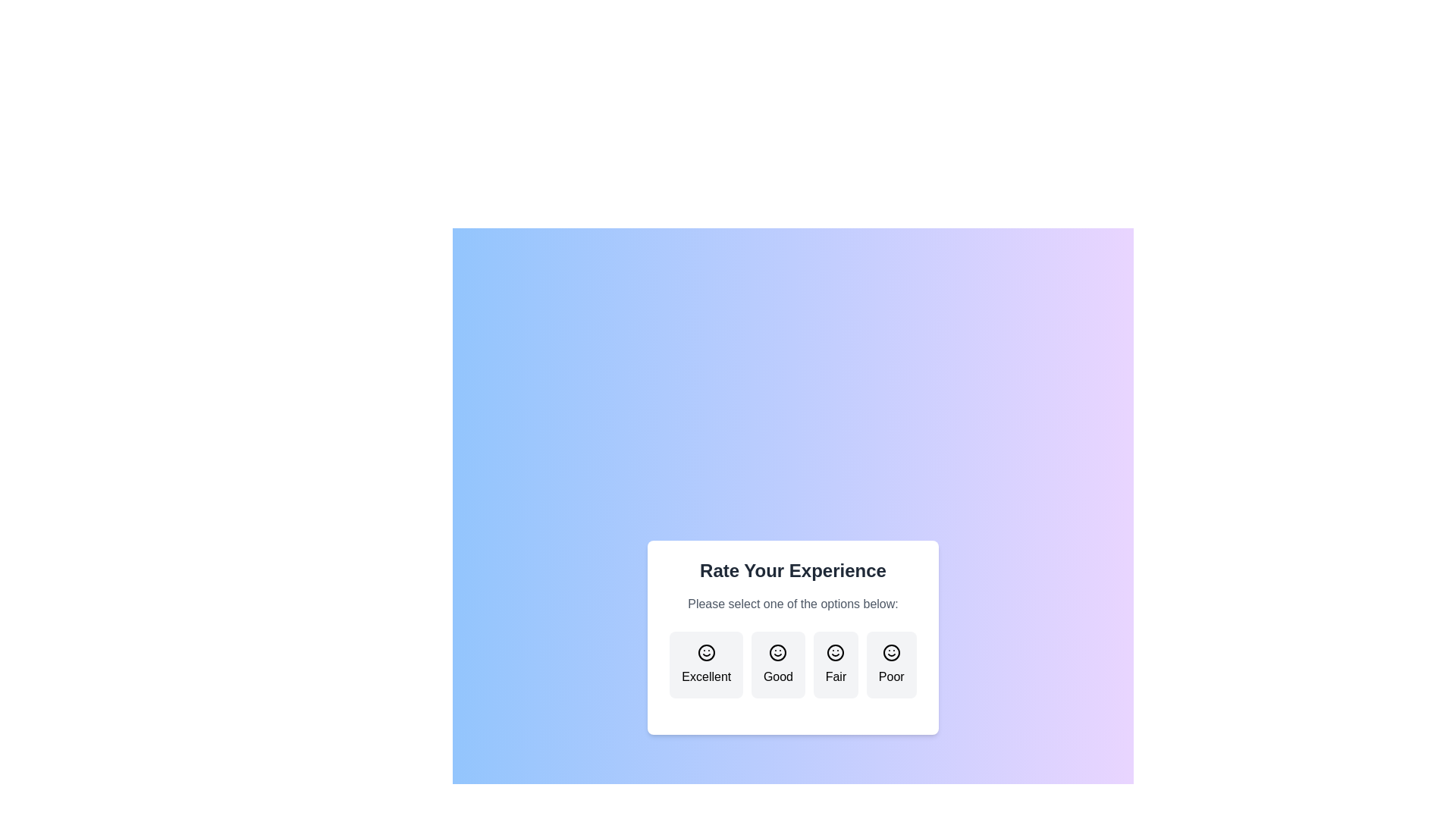 This screenshot has height=819, width=1456. I want to click on the main circular body of the smiley face icon labeled 'Fair' in the rating interface, so click(835, 651).